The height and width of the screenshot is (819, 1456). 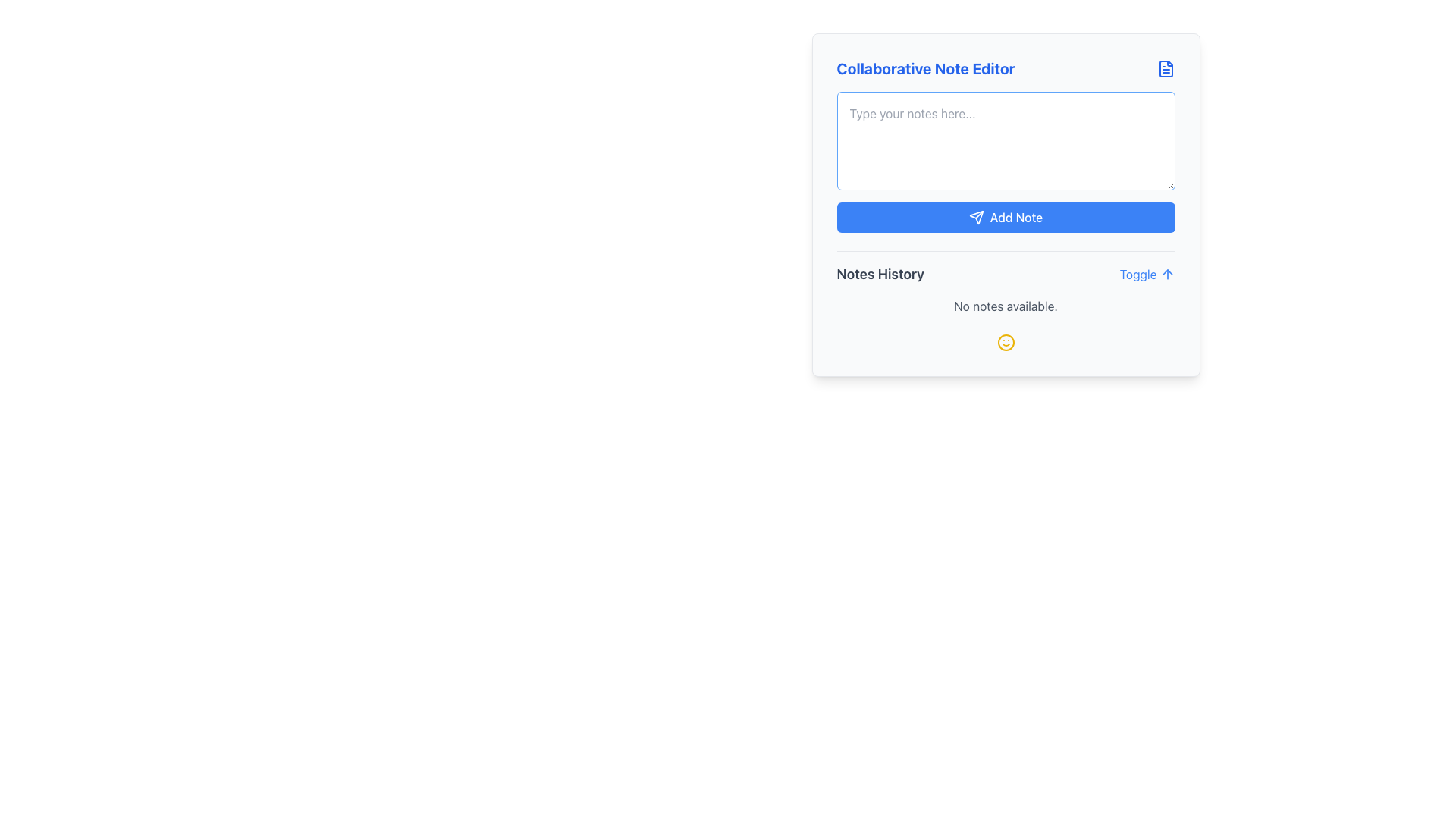 I want to click on the circular icon with a yellow border and a smiling face located at the bottom-center of the Collaborative Note Editor, below the text 'No notes available.', so click(x=1006, y=342).